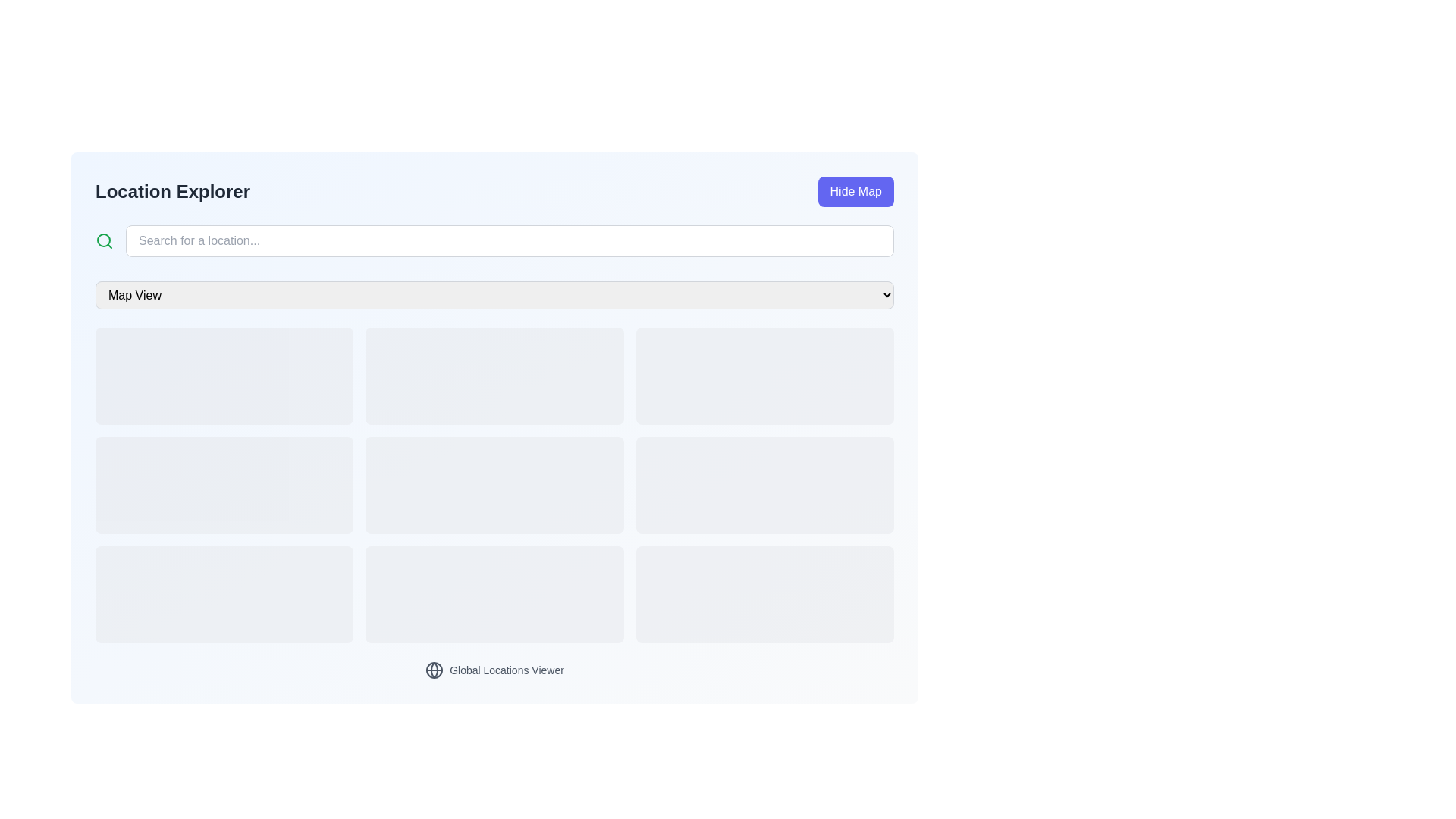 This screenshot has width=1456, height=819. I want to click on the dropdown menu located beneath the search bar, which currently displays 'Map View', so click(494, 295).